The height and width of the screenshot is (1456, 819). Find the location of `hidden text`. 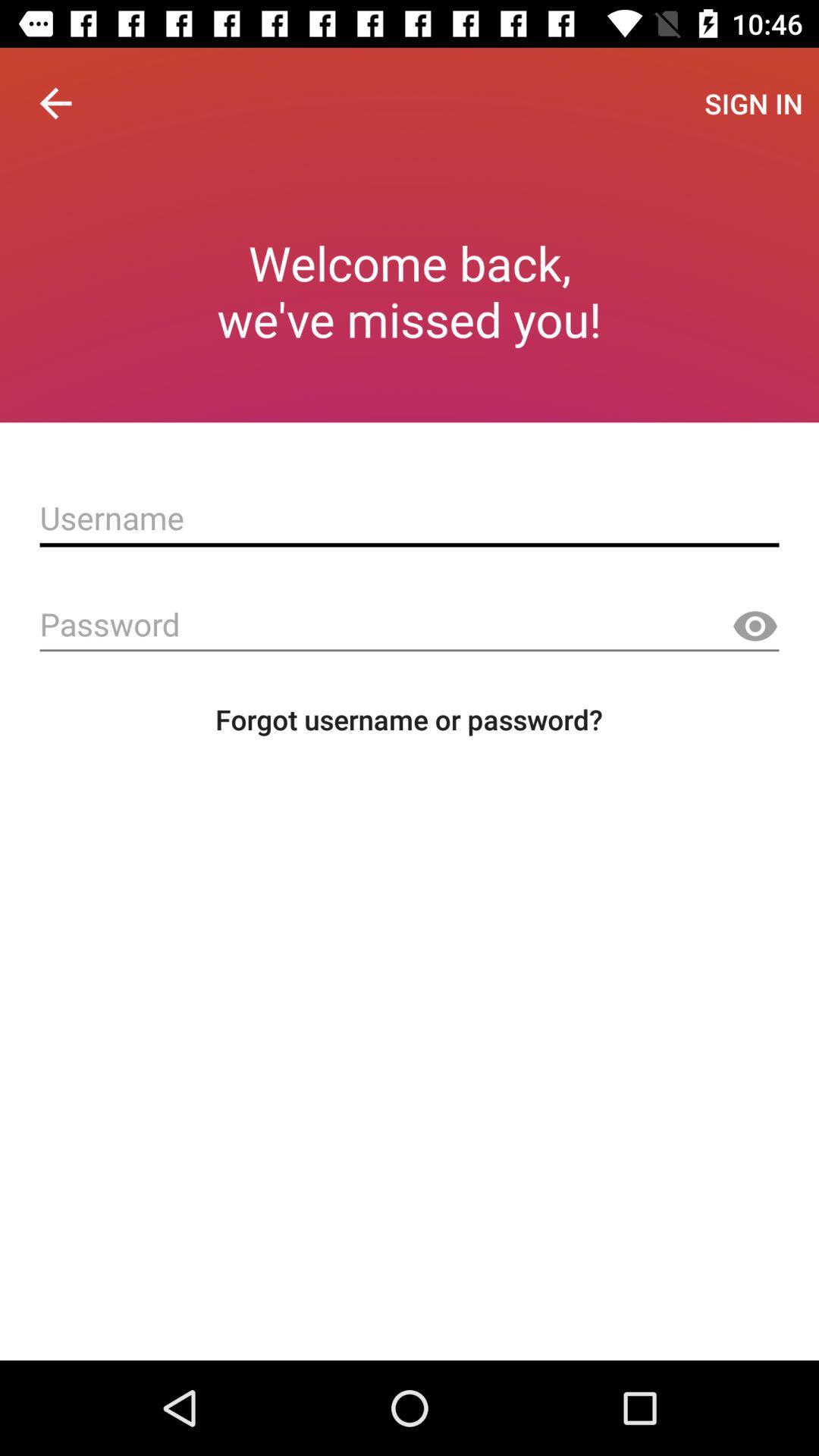

hidden text is located at coordinates (755, 626).